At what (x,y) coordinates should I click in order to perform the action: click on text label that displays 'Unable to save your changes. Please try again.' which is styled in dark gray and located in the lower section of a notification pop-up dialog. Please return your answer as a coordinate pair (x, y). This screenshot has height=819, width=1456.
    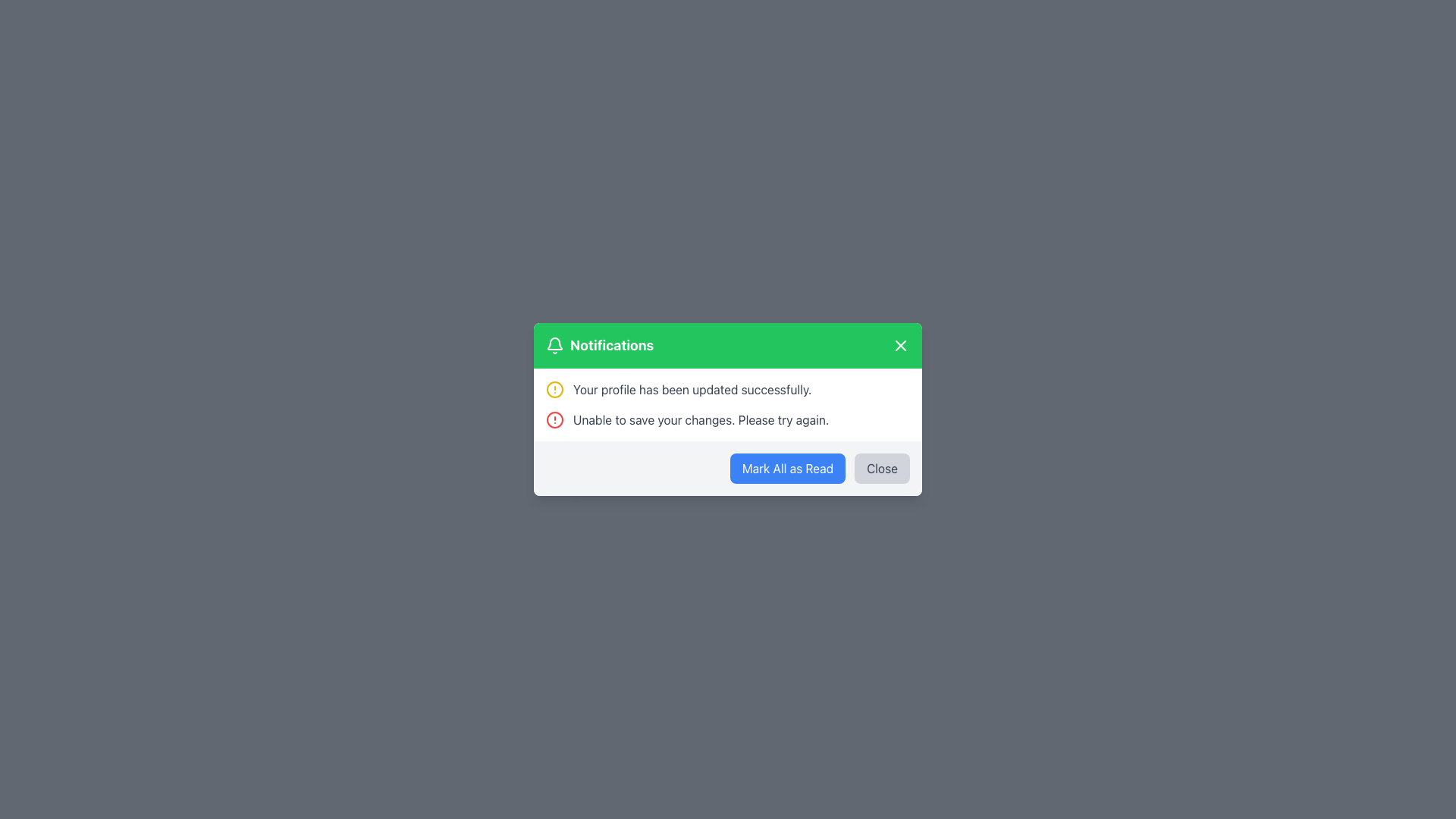
    Looking at the image, I should click on (700, 420).